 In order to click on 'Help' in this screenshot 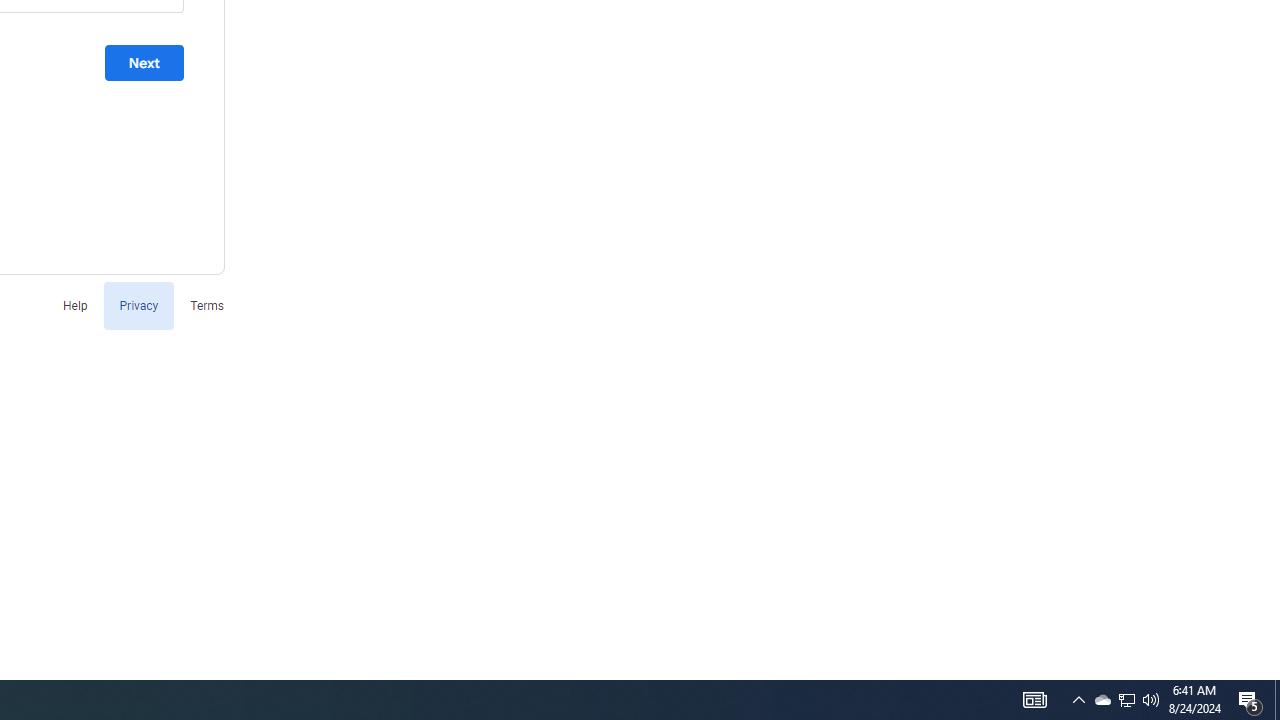, I will do `click(74, 305)`.